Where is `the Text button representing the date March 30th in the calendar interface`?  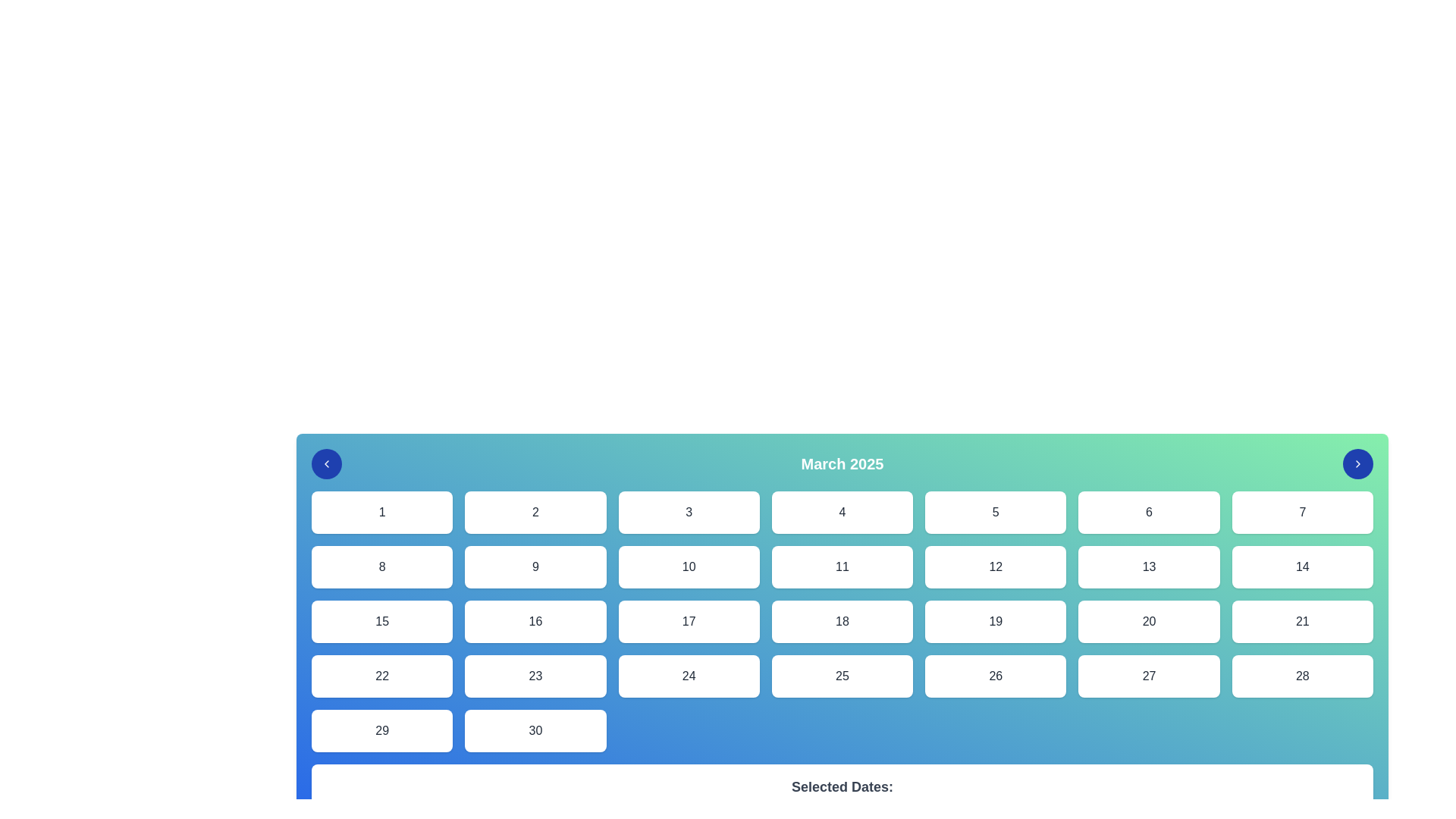 the Text button representing the date March 30th in the calendar interface is located at coordinates (535, 730).